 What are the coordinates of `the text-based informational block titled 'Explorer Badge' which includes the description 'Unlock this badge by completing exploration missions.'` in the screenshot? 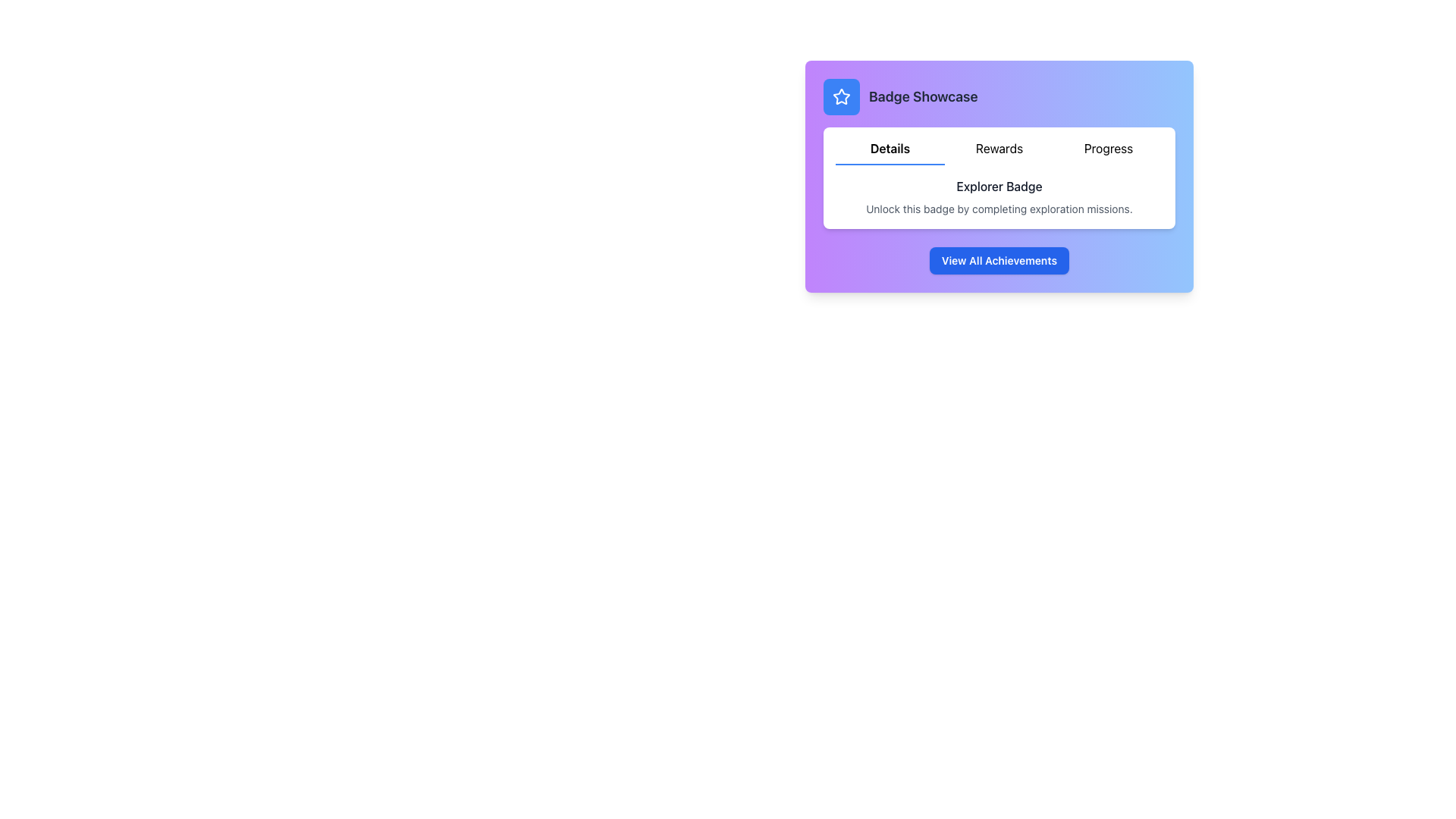 It's located at (999, 196).